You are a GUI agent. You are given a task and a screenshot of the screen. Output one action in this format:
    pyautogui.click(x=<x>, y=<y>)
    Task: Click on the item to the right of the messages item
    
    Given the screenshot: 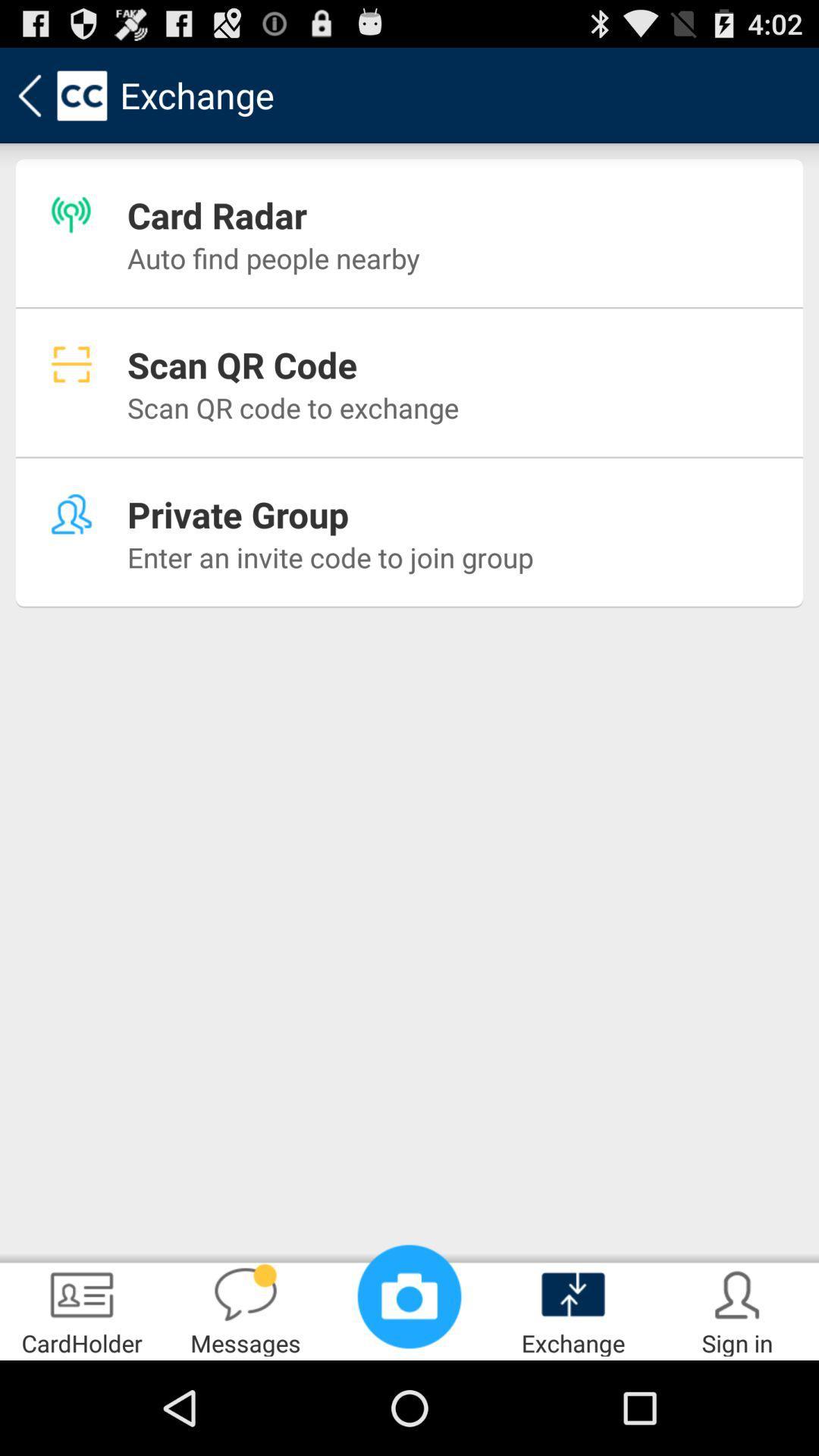 What is the action you would take?
    pyautogui.click(x=409, y=1295)
    